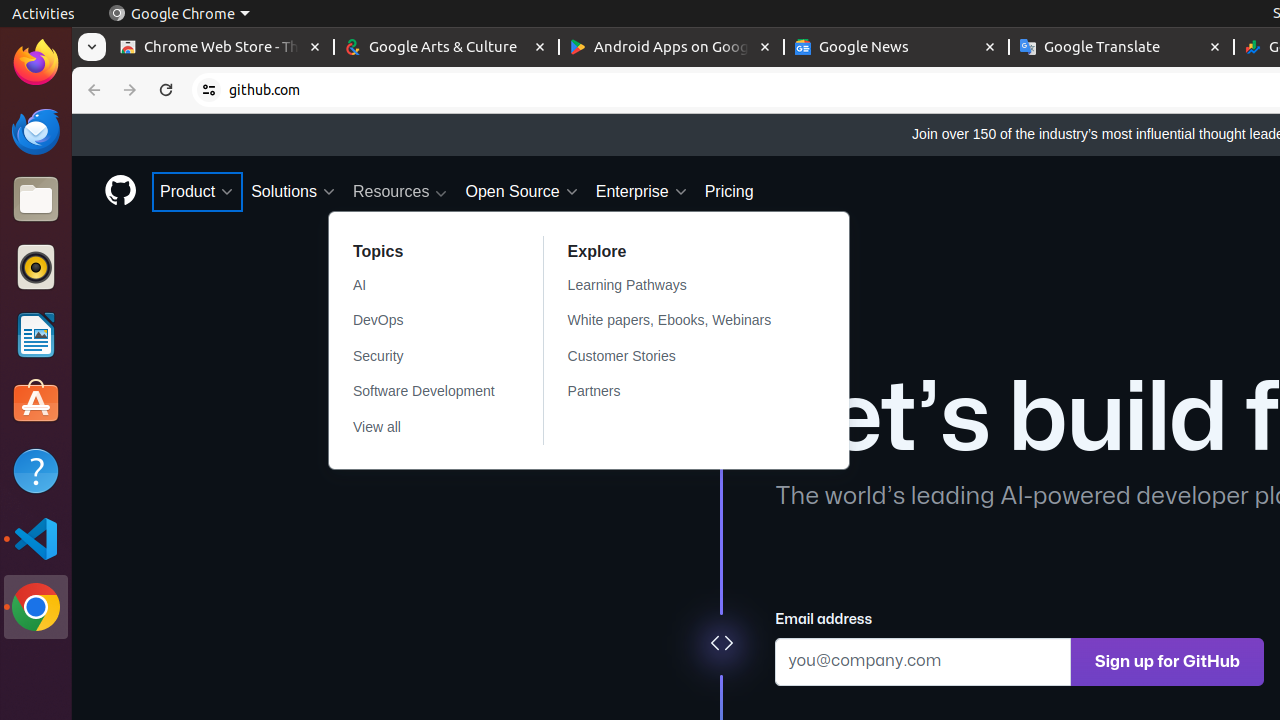 Image resolution: width=1280 pixels, height=720 pixels. What do you see at coordinates (1167, 661) in the screenshot?
I see `'Sign up for GitHub'` at bounding box center [1167, 661].